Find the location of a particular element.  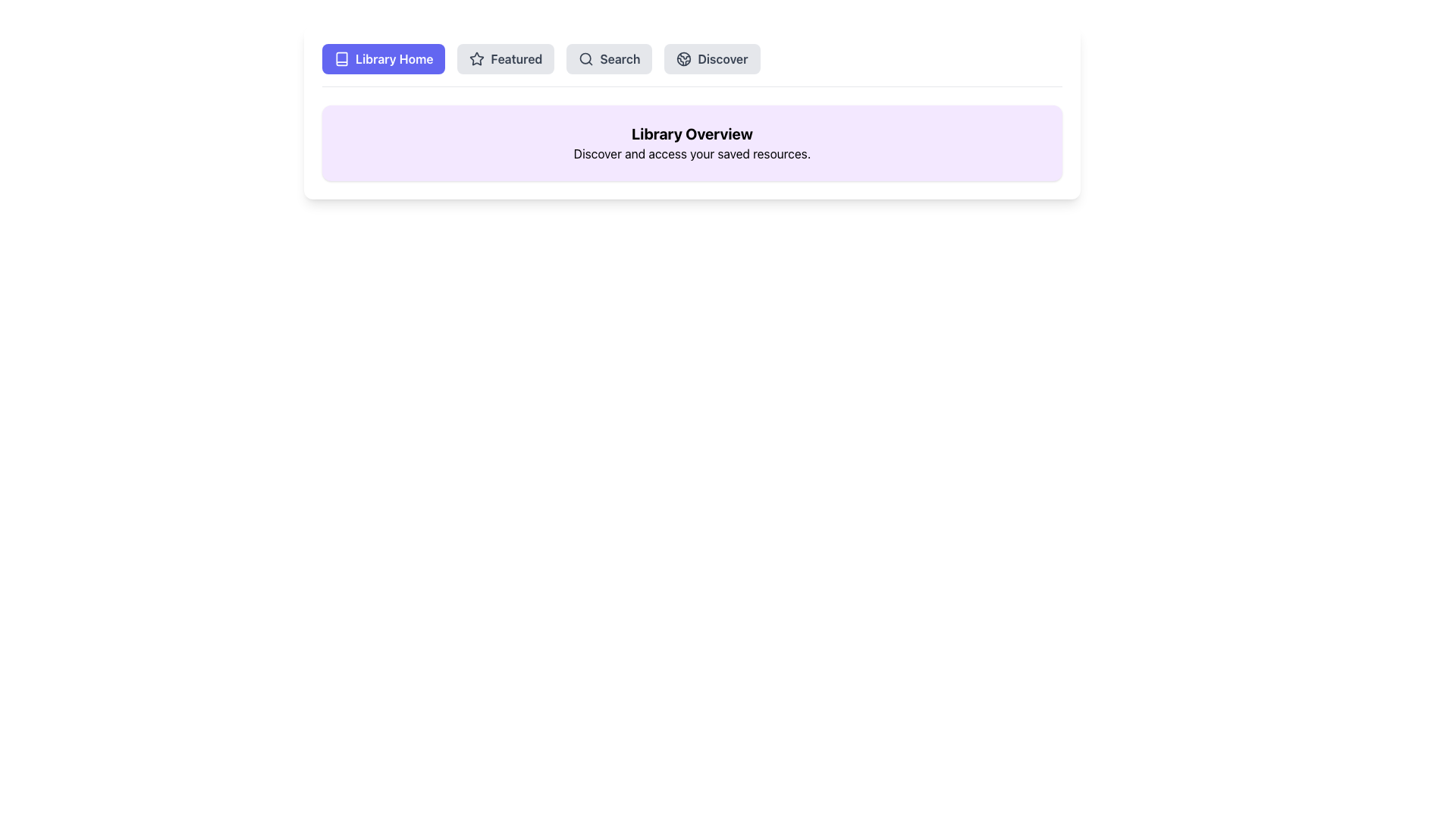

the 'Featured' button which contains the star icon that symbolizes the 'Featured' section, located in the horizontal navigation bar under 'Library Home' is located at coordinates (476, 58).